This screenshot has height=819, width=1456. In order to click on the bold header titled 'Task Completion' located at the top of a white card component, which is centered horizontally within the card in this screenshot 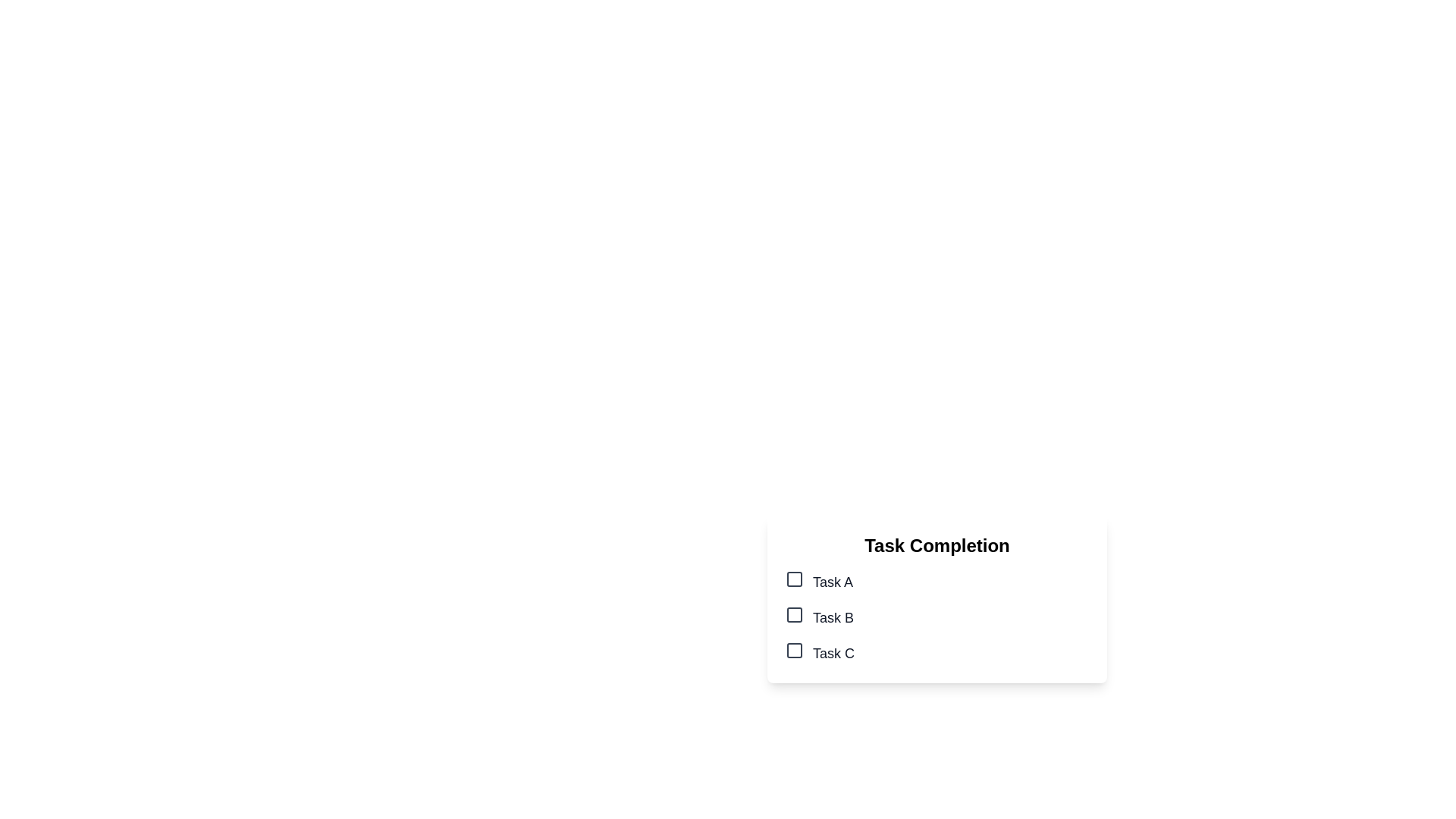, I will do `click(937, 546)`.